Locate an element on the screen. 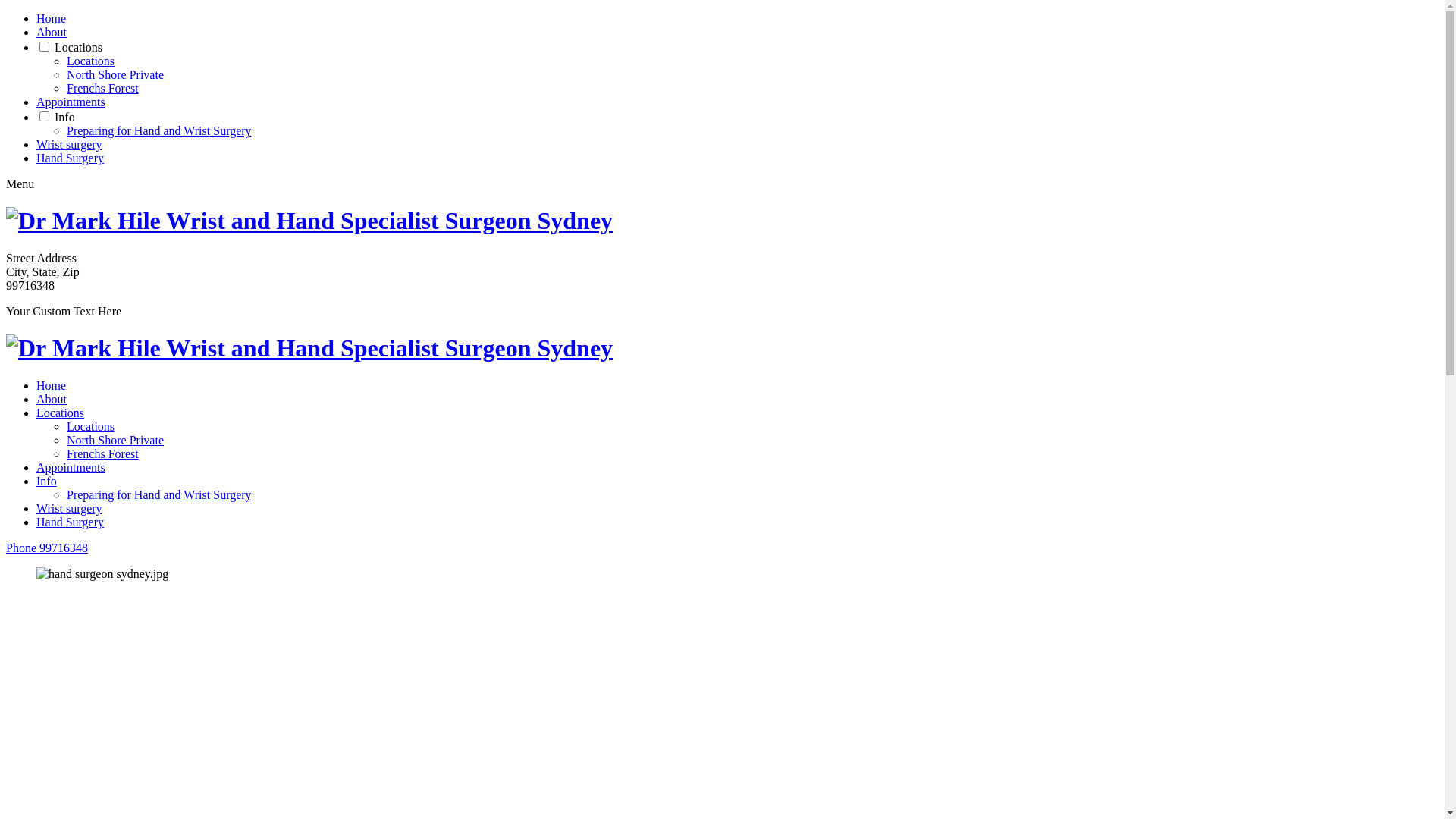 The width and height of the screenshot is (1456, 819). 'Locations' is located at coordinates (89, 60).